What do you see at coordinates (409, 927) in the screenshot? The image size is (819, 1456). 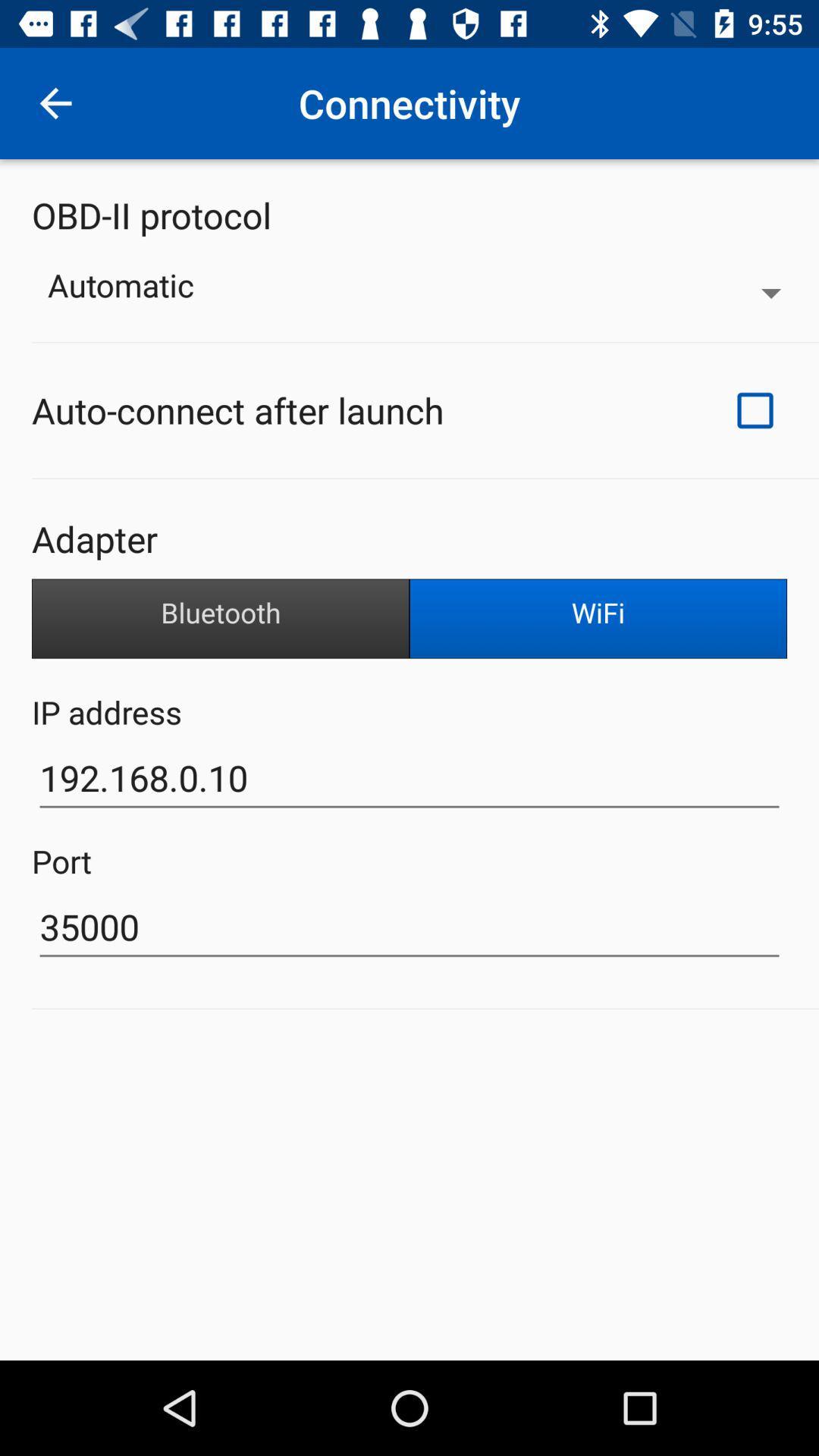 I see `the 35000 item` at bounding box center [409, 927].